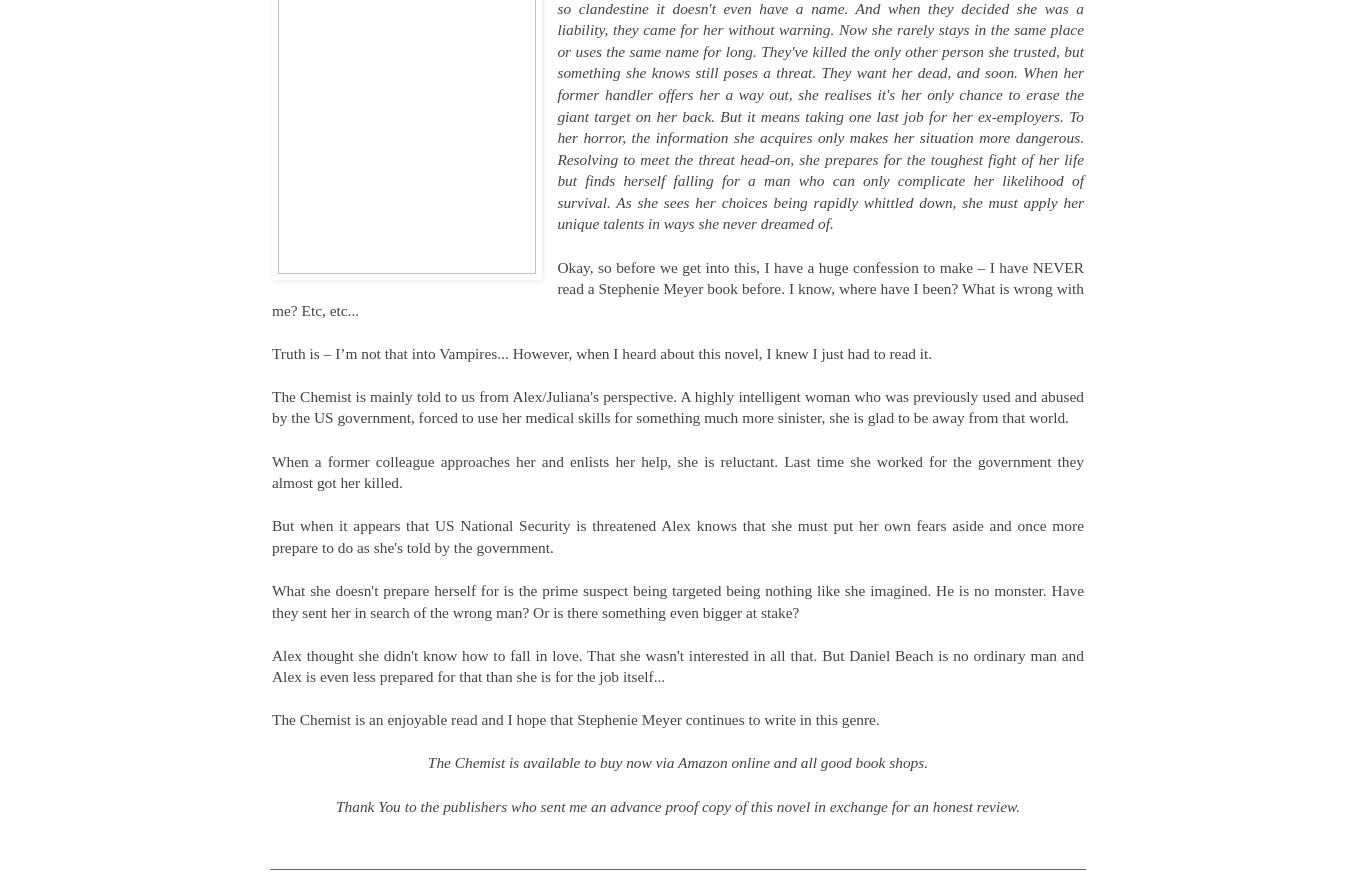 Image resolution: width=1348 pixels, height=887 pixels. I want to click on 'The Chemist is available to buy now via', so click(426, 761).